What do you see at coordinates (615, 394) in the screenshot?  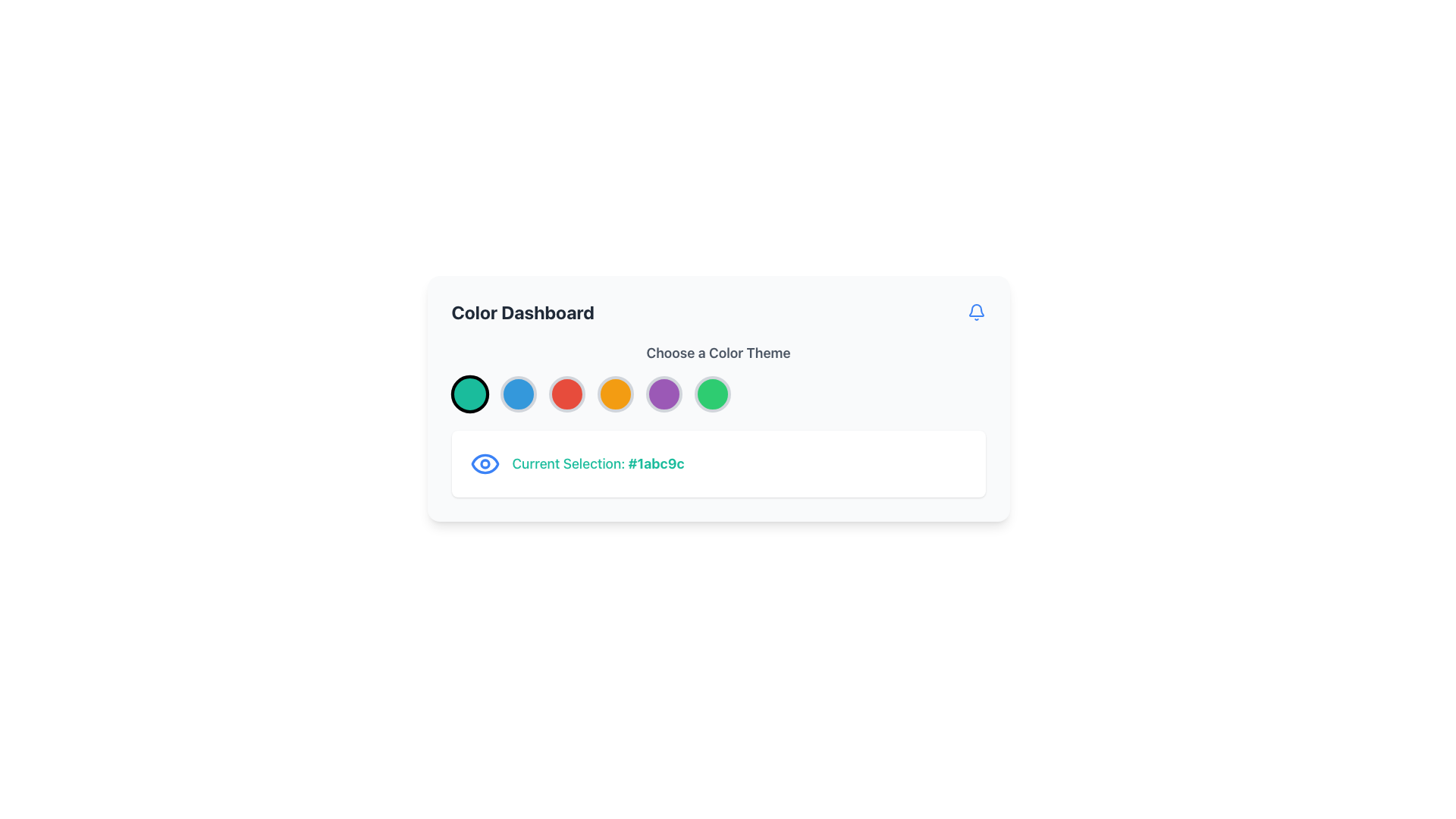 I see `the fourth circular button with an orange background and gray border` at bounding box center [615, 394].